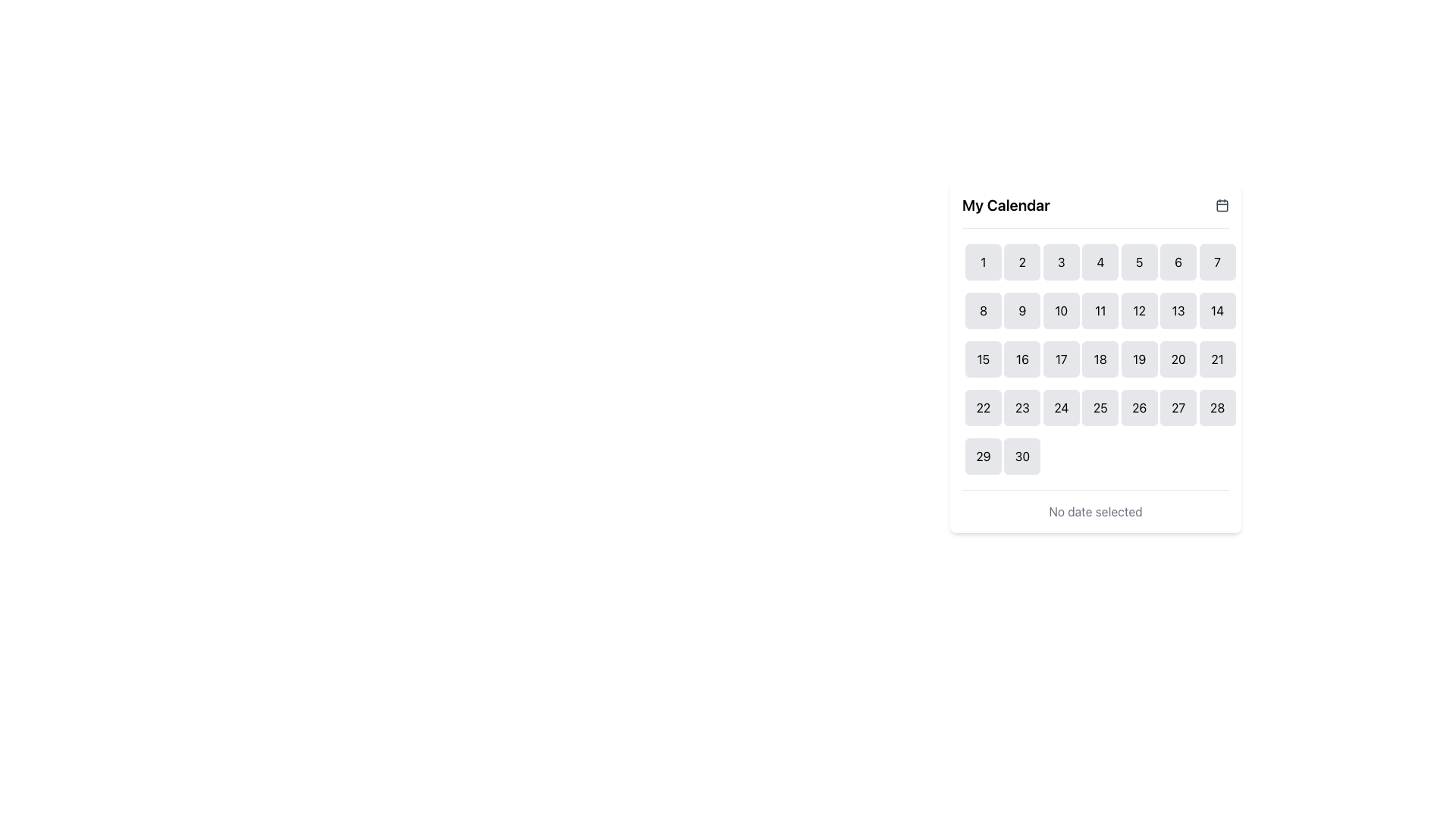 This screenshot has height=819, width=1456. What do you see at coordinates (1222, 205) in the screenshot?
I see `the small gray calendar icon button next to 'My Calendar'` at bounding box center [1222, 205].